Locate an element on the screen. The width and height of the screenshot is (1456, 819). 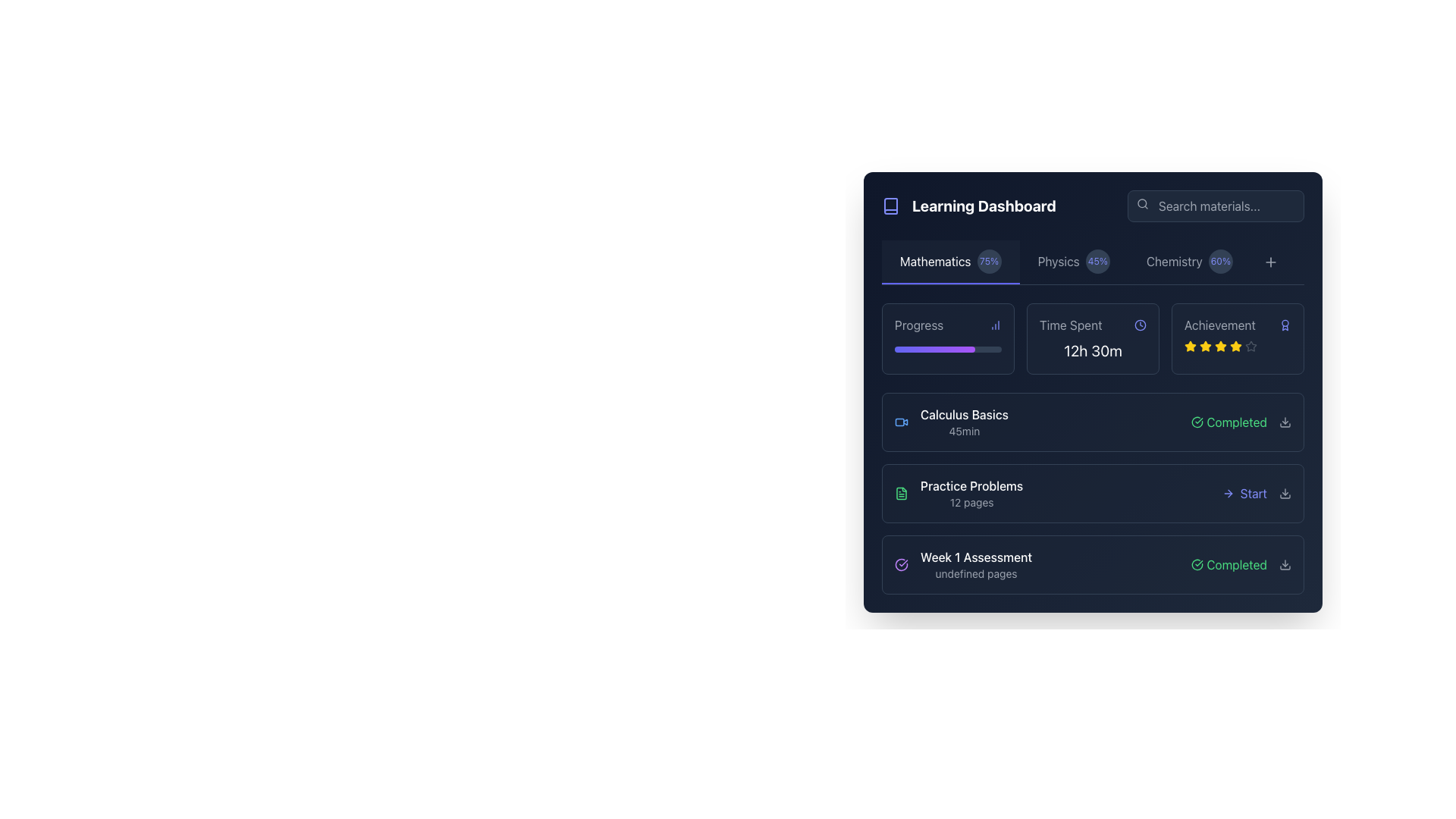
the 'Mathematics' label with a progress indicator showing '75%' is located at coordinates (949, 260).